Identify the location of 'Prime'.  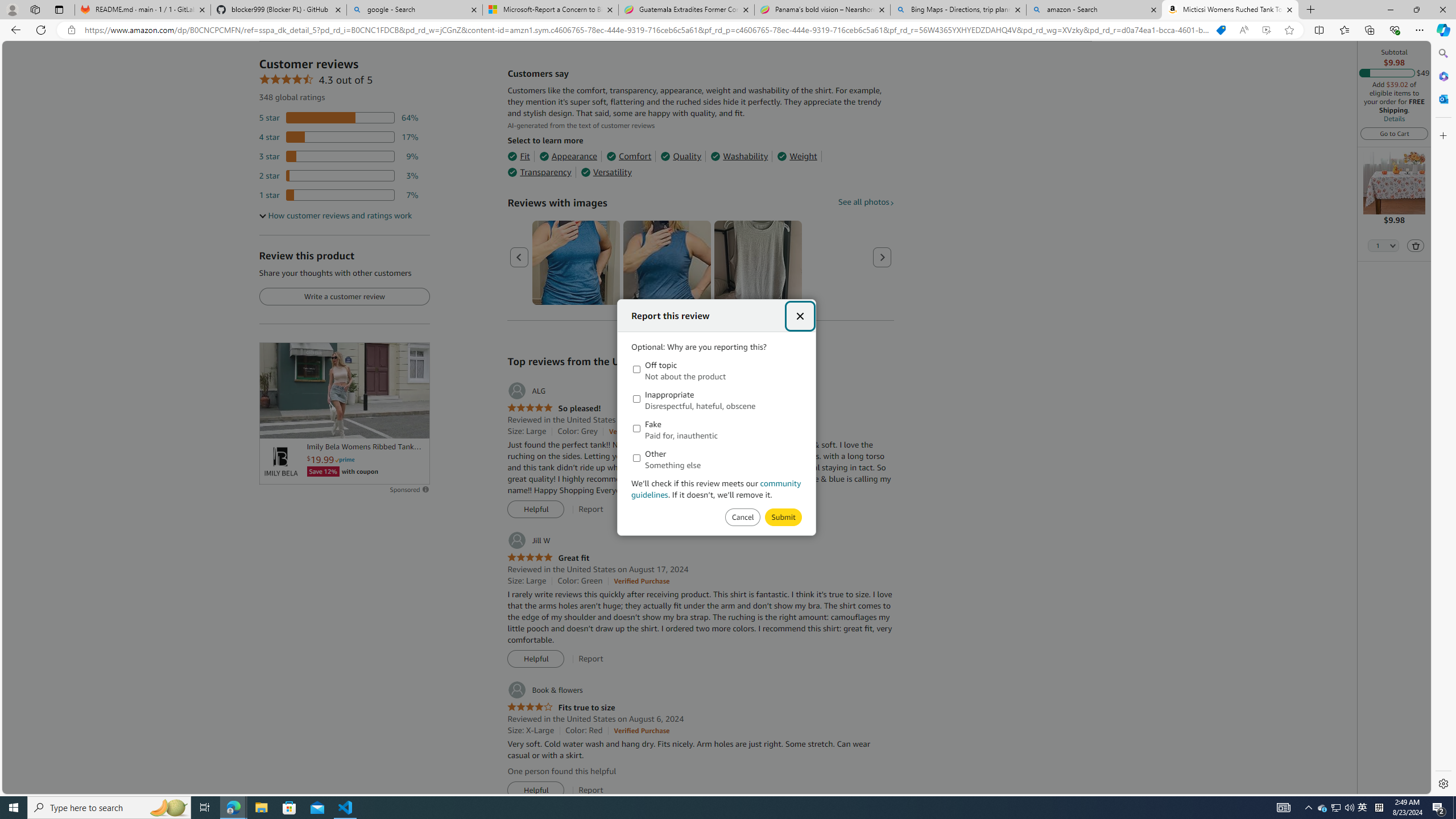
(345, 460).